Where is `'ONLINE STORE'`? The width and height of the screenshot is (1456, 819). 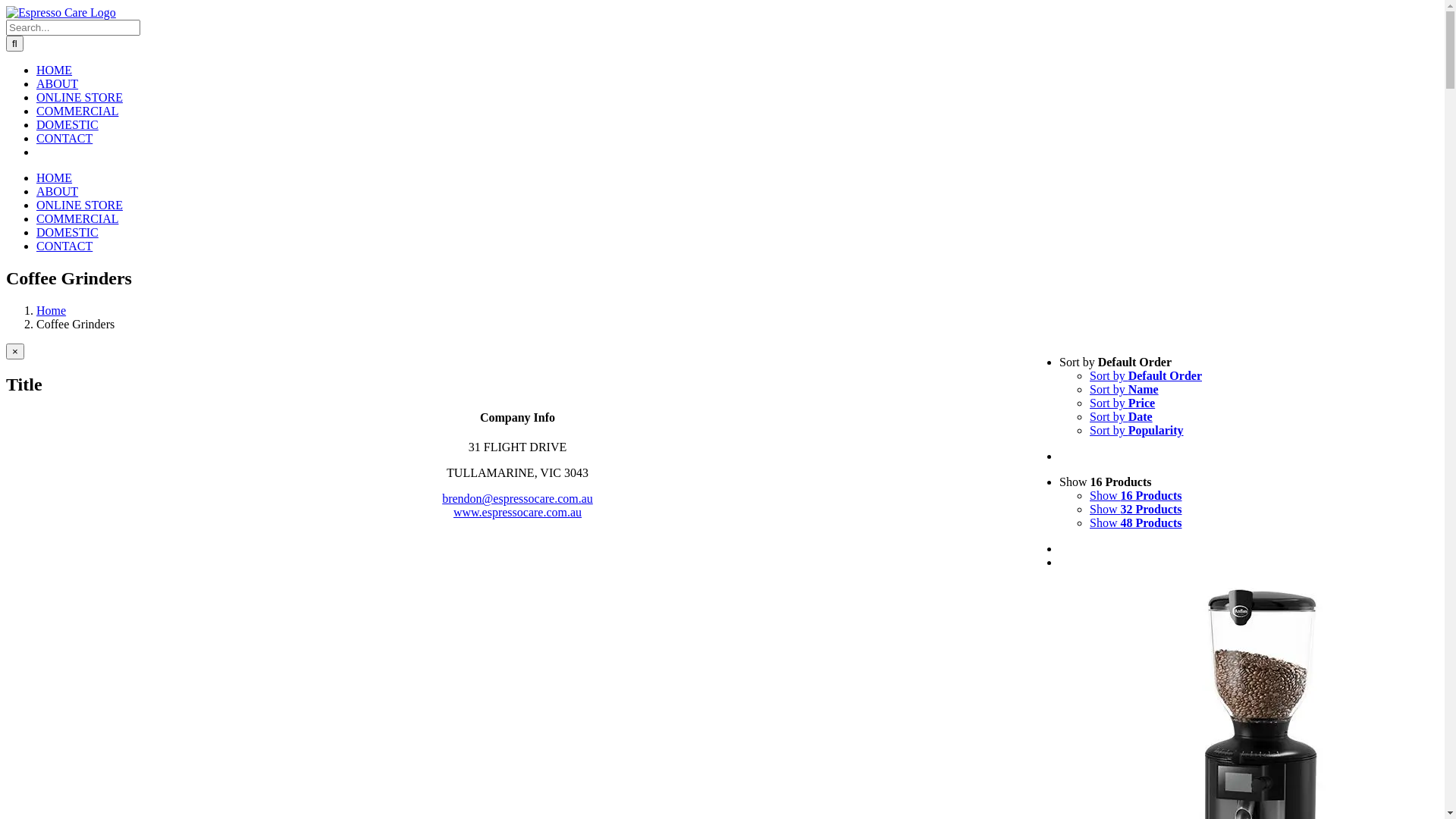 'ONLINE STORE' is located at coordinates (79, 97).